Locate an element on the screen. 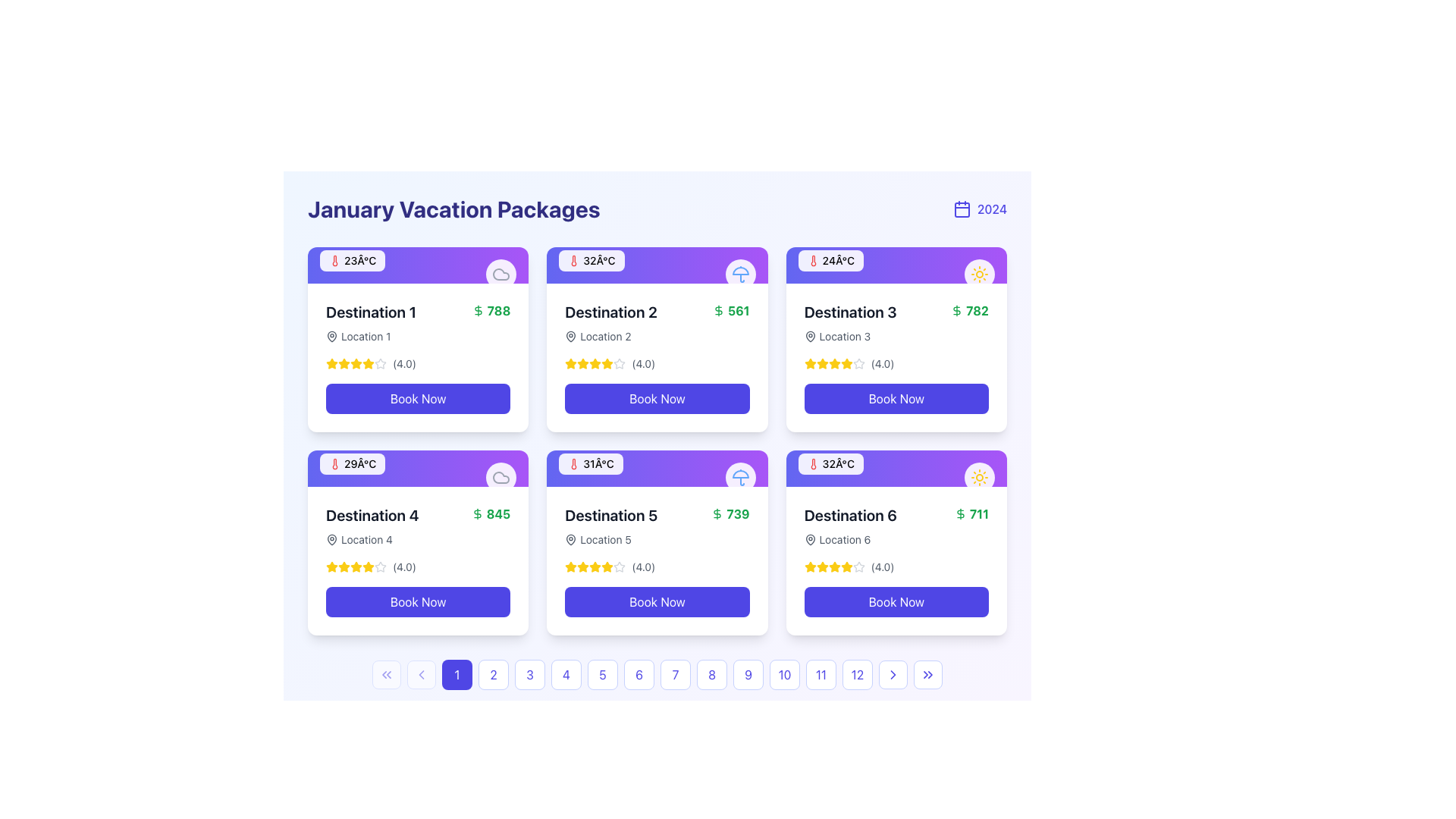 The width and height of the screenshot is (1456, 819). the location marker icon associated with 'Location 6' situated in the bottom-right corner of the display, preceding the text 'Location 6' within the 'Destination 6' label is located at coordinates (809, 539).